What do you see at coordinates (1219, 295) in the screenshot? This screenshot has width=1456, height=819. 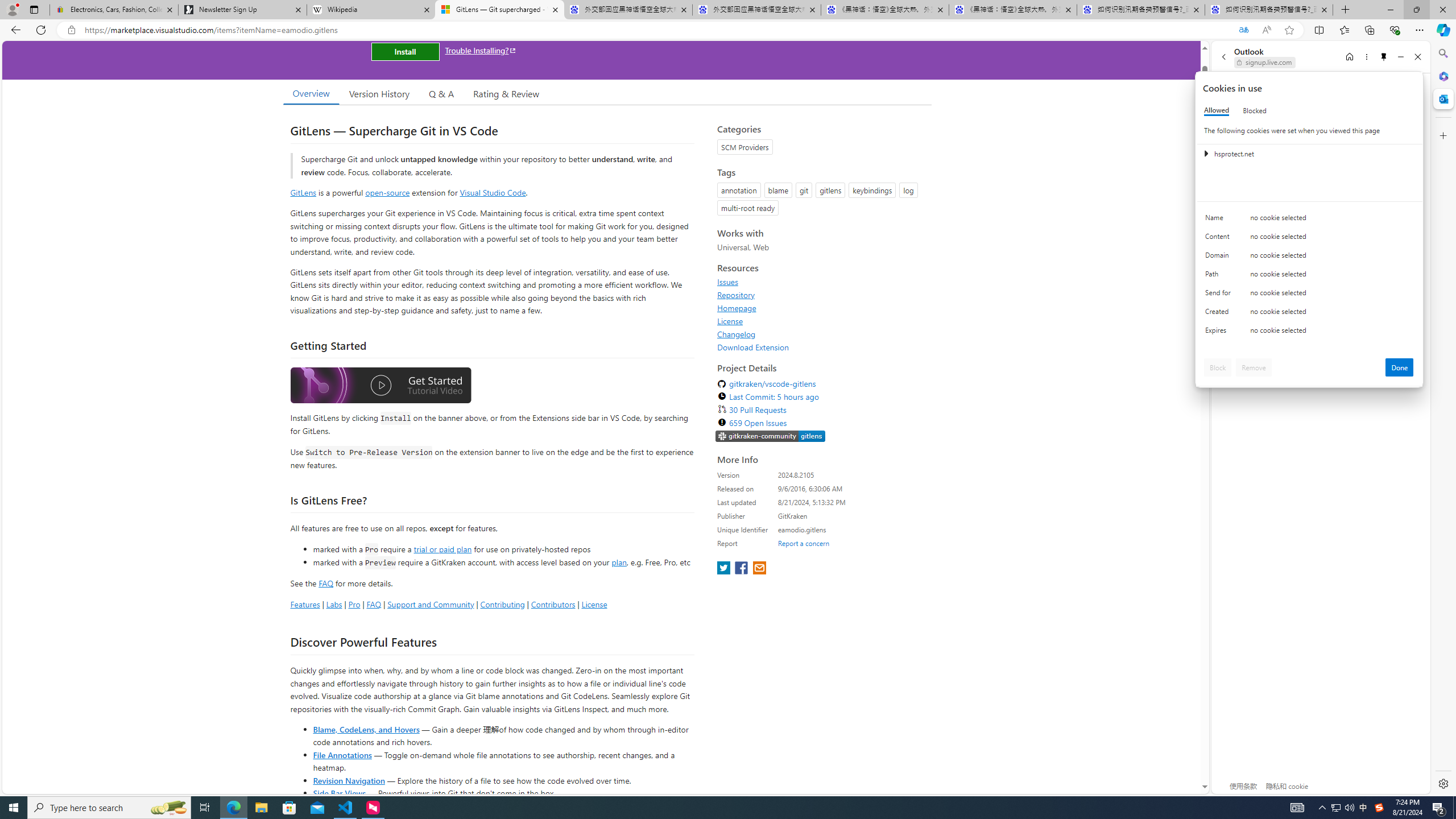 I see `'Send for'` at bounding box center [1219, 295].